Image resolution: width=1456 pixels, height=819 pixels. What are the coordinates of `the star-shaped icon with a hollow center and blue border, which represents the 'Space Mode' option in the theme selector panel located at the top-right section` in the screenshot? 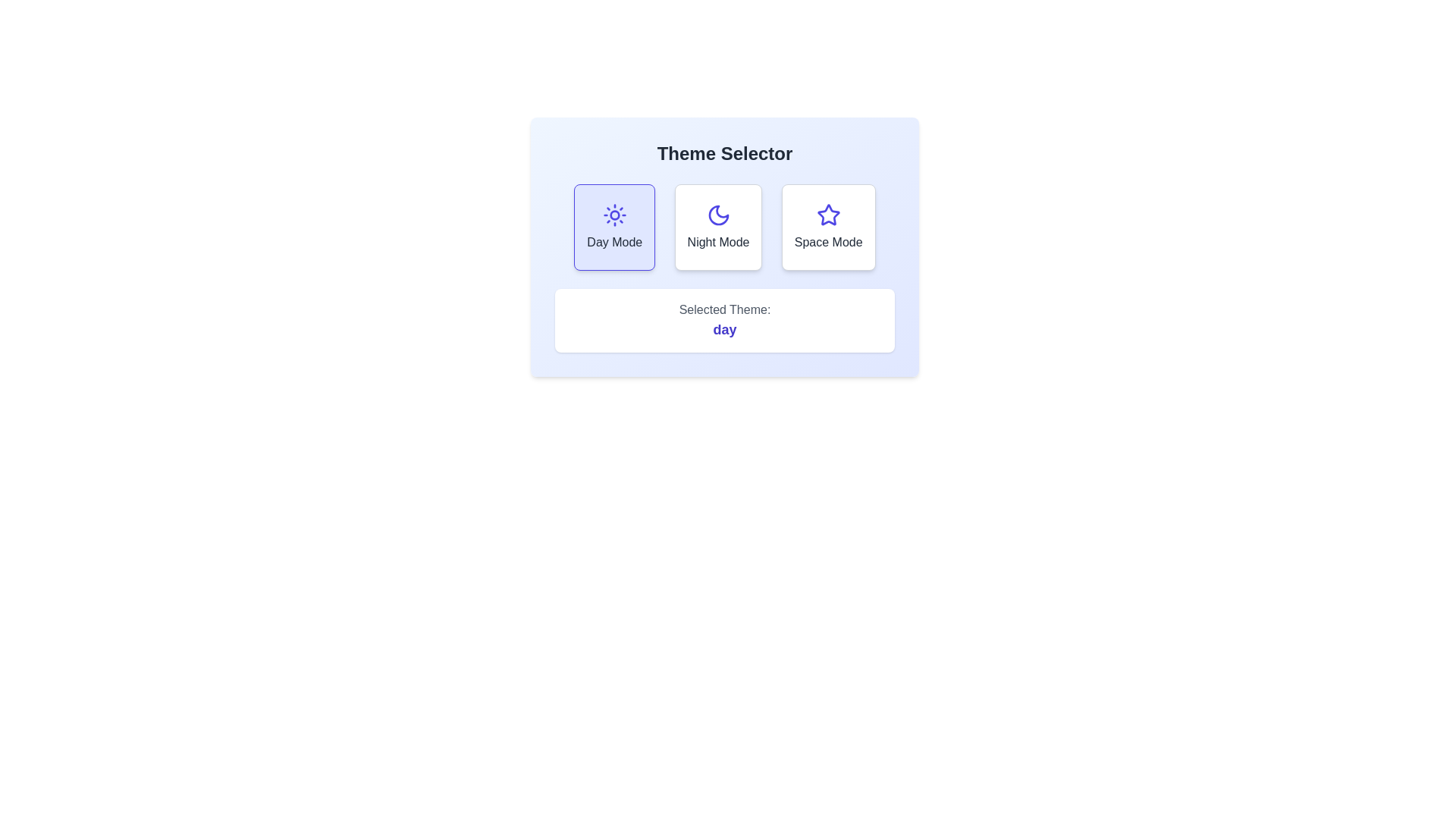 It's located at (827, 215).